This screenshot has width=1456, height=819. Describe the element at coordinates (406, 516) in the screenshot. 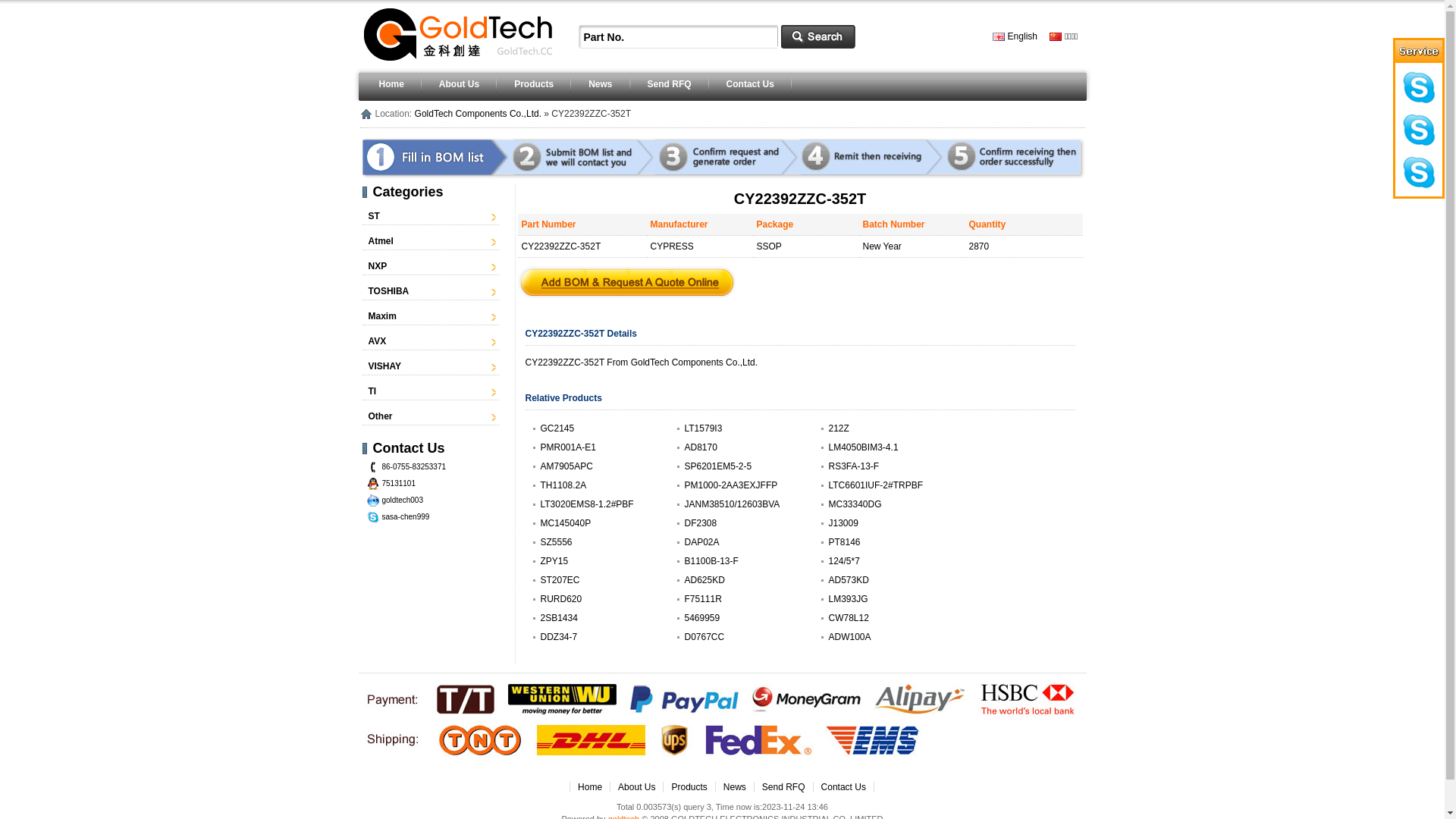

I see `'sasa-chen999'` at that location.